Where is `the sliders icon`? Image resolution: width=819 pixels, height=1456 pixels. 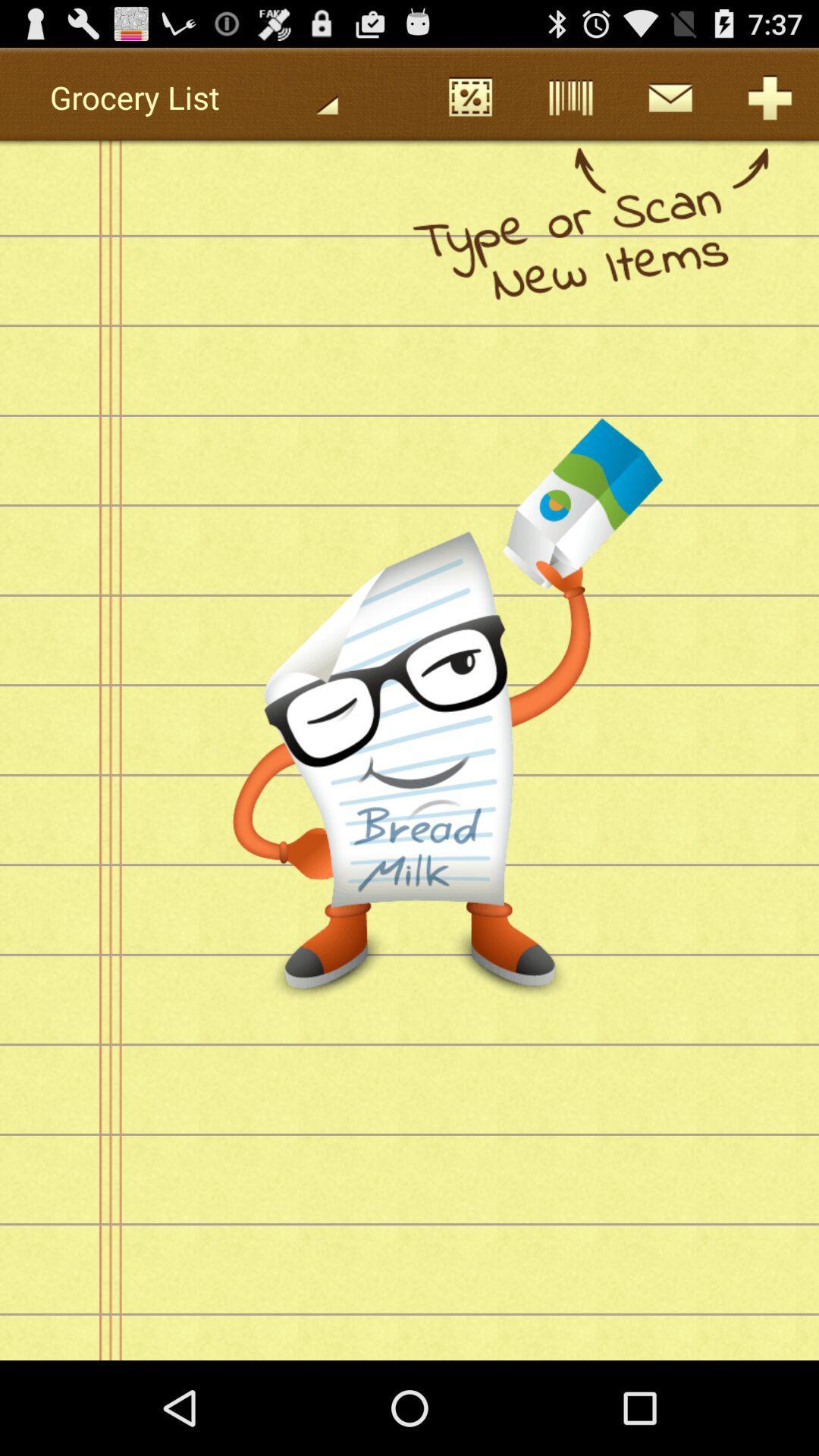
the sliders icon is located at coordinates (570, 103).